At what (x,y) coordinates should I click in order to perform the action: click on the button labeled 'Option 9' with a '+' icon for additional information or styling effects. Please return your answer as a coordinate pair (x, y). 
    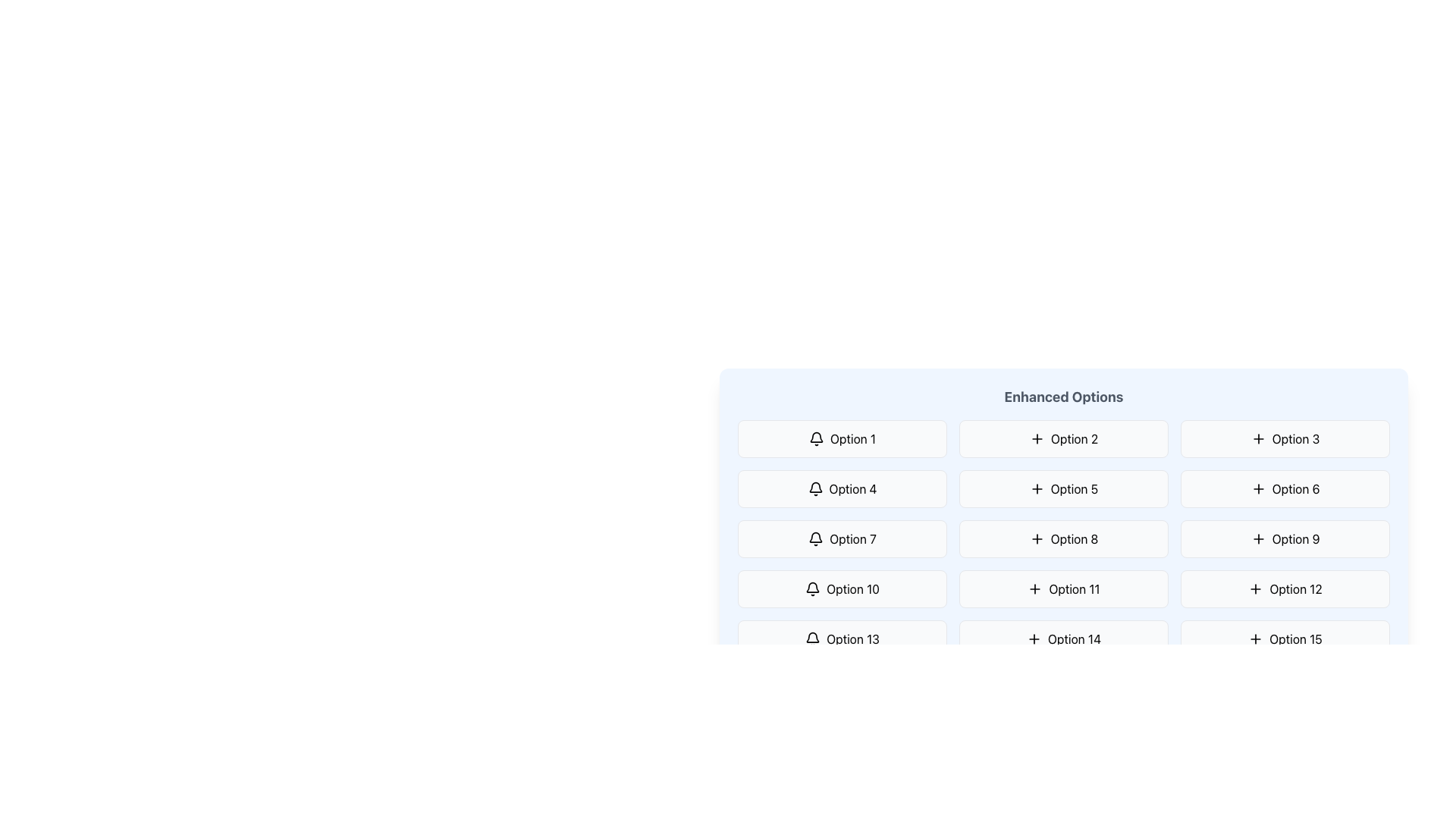
    Looking at the image, I should click on (1284, 538).